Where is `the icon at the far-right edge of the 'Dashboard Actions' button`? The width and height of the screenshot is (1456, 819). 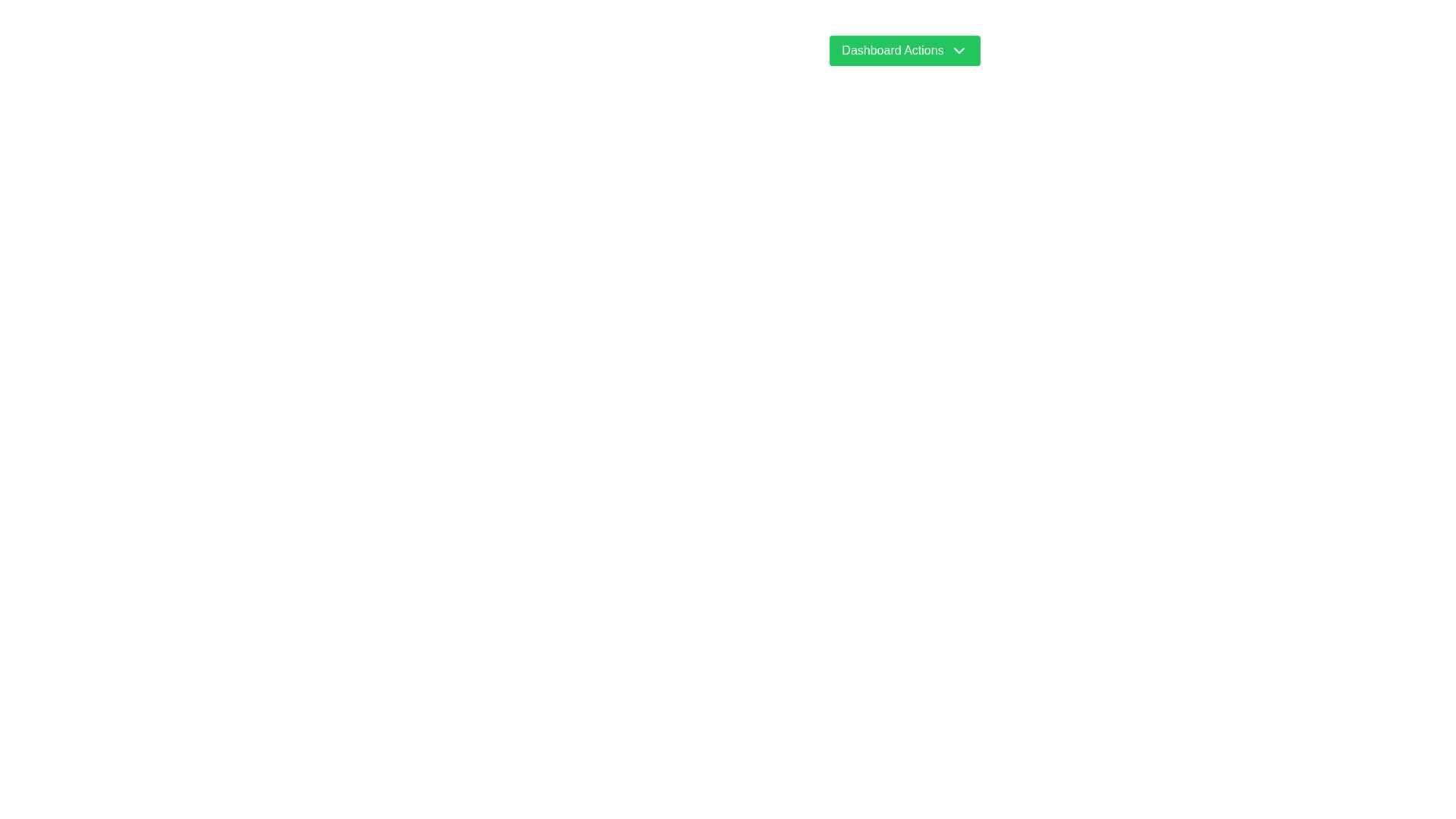
the icon at the far-right edge of the 'Dashboard Actions' button is located at coordinates (958, 49).